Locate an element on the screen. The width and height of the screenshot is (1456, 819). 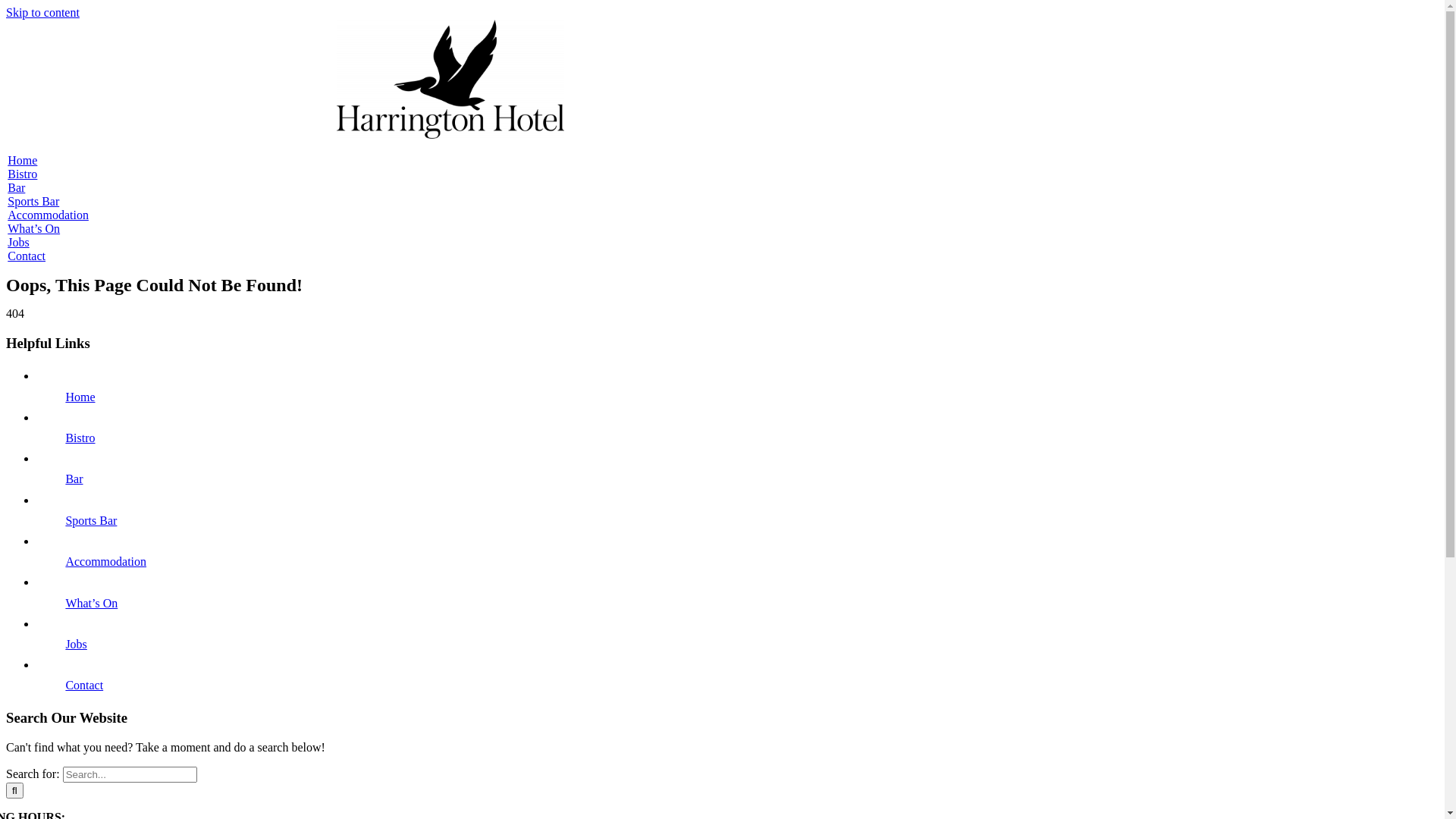
'Harrington Logo 1 Black' is located at coordinates (450, 79).